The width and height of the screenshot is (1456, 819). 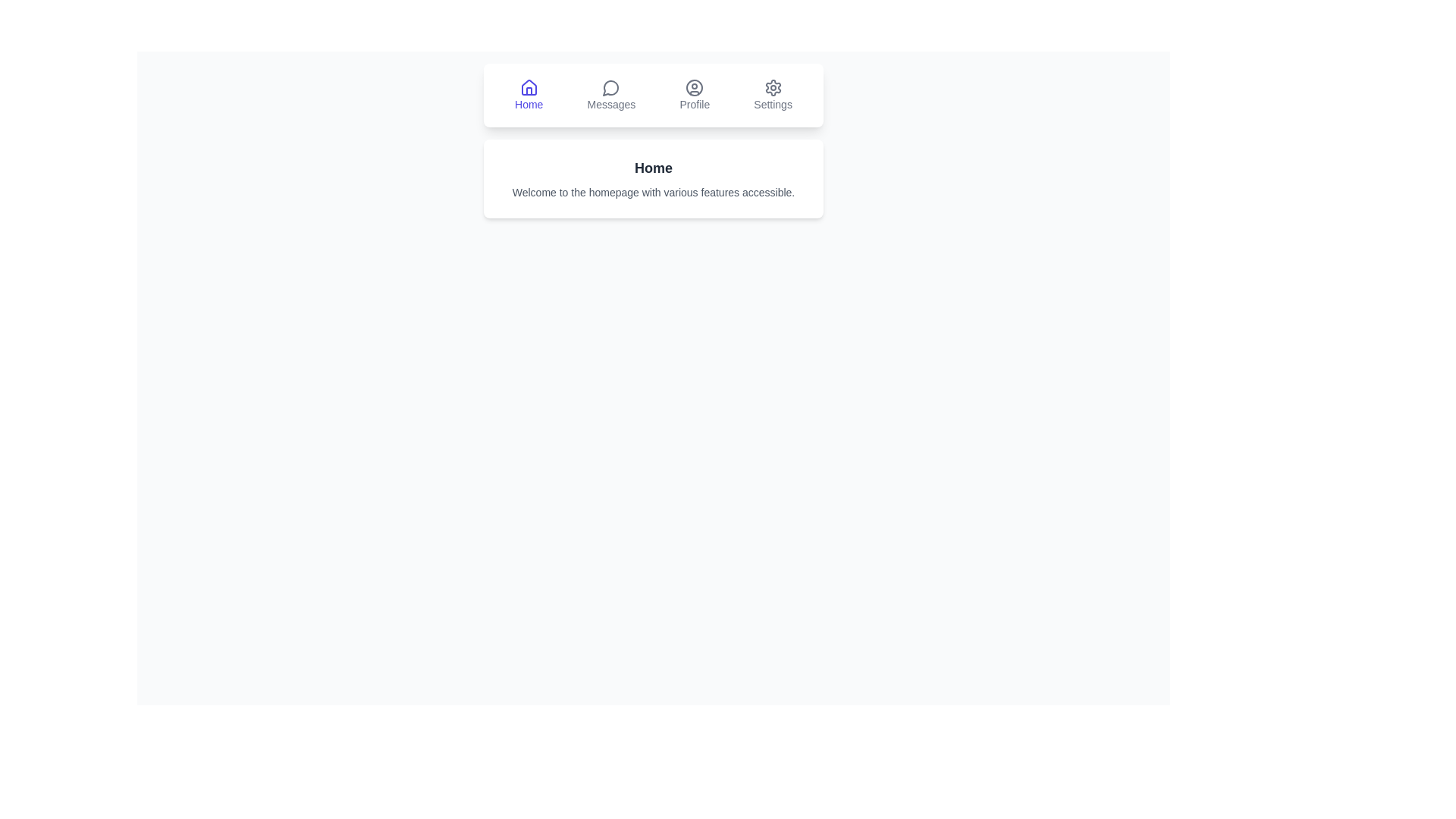 What do you see at coordinates (694, 96) in the screenshot?
I see `the tab labeled Profile to view its description` at bounding box center [694, 96].